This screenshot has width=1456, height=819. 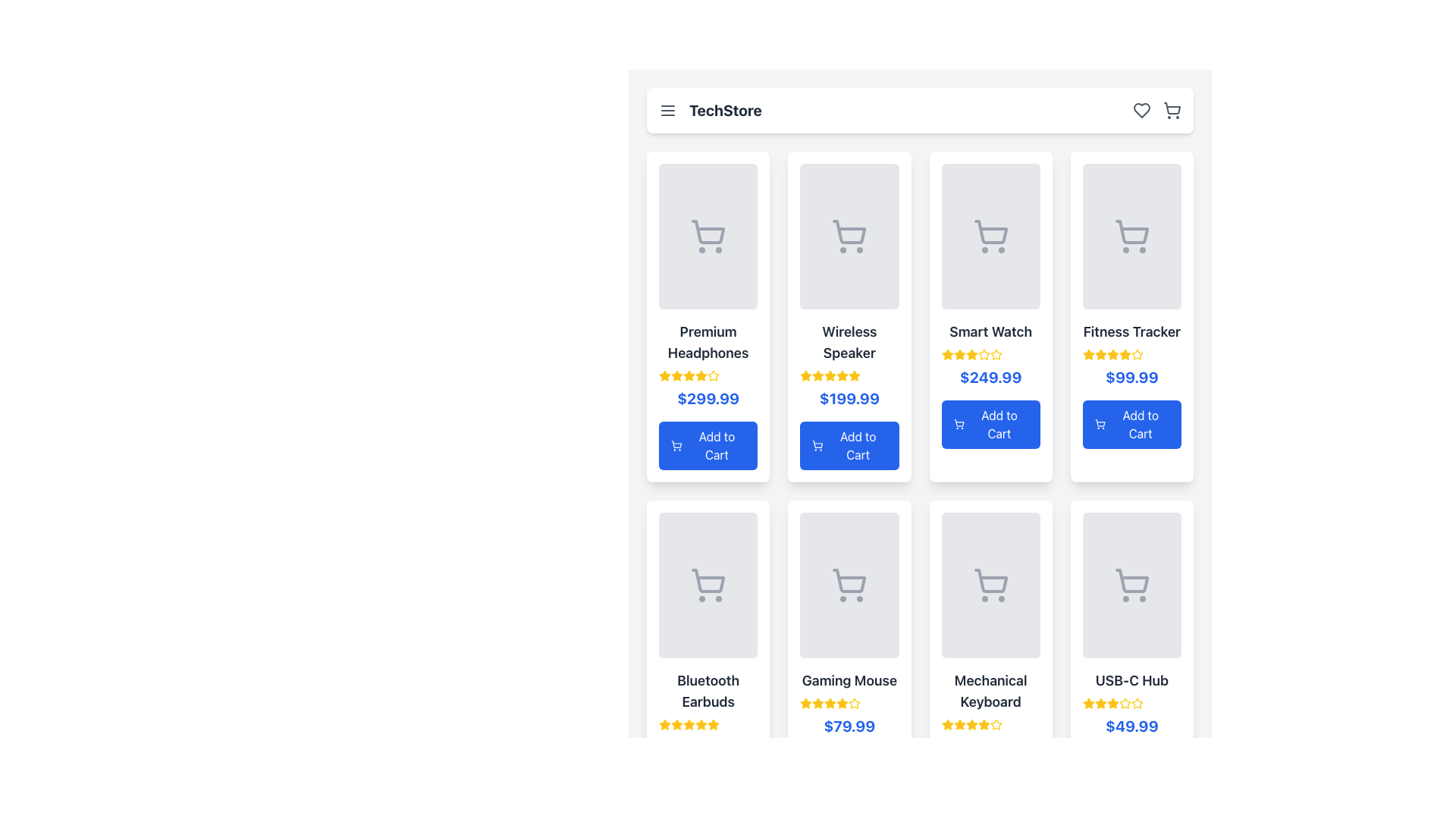 I want to click on the 'Add to Cart' button for the 'Smart Watch' product, so click(x=990, y=424).